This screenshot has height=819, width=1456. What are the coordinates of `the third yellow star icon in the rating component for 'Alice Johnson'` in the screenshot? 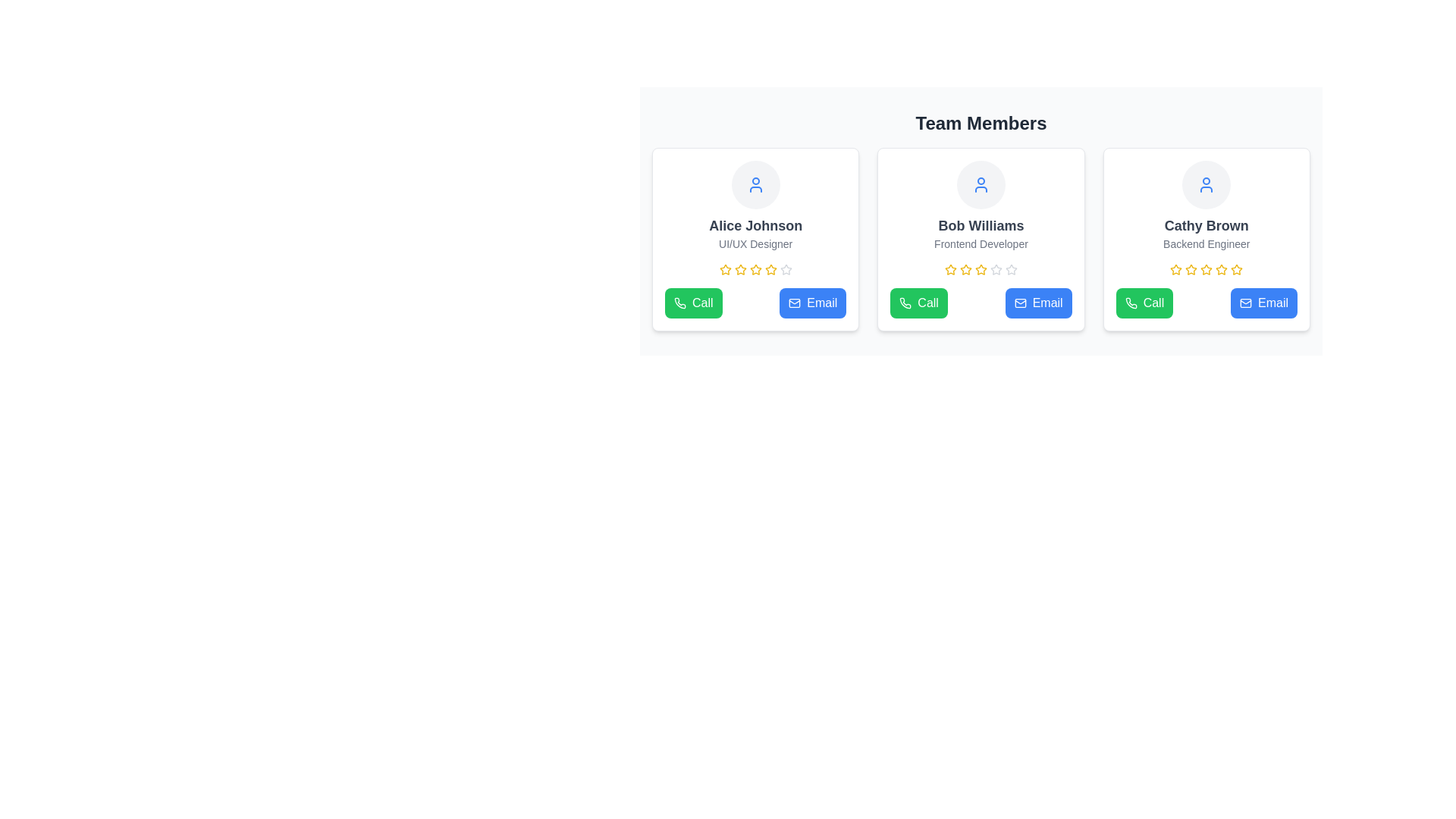 It's located at (740, 268).